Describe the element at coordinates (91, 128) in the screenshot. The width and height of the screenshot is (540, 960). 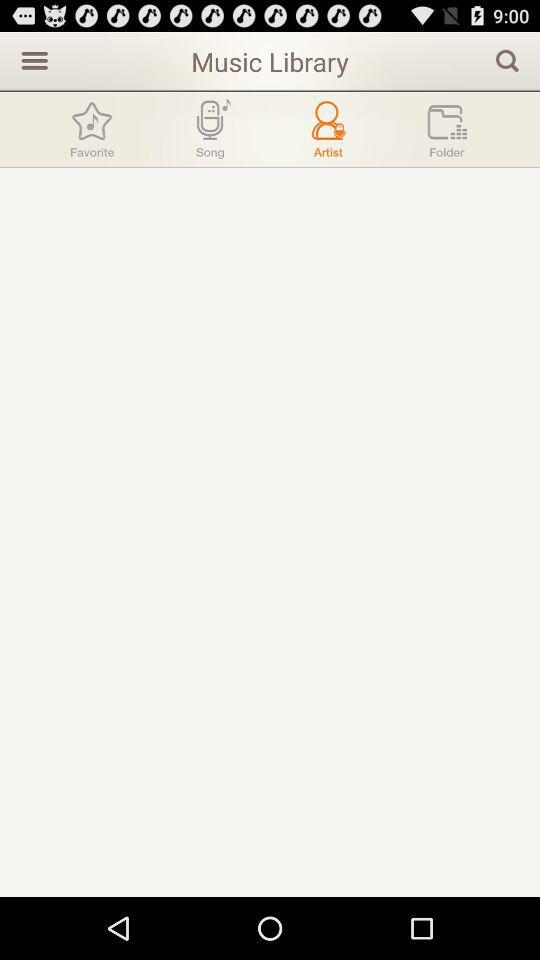
I see `favorite` at that location.